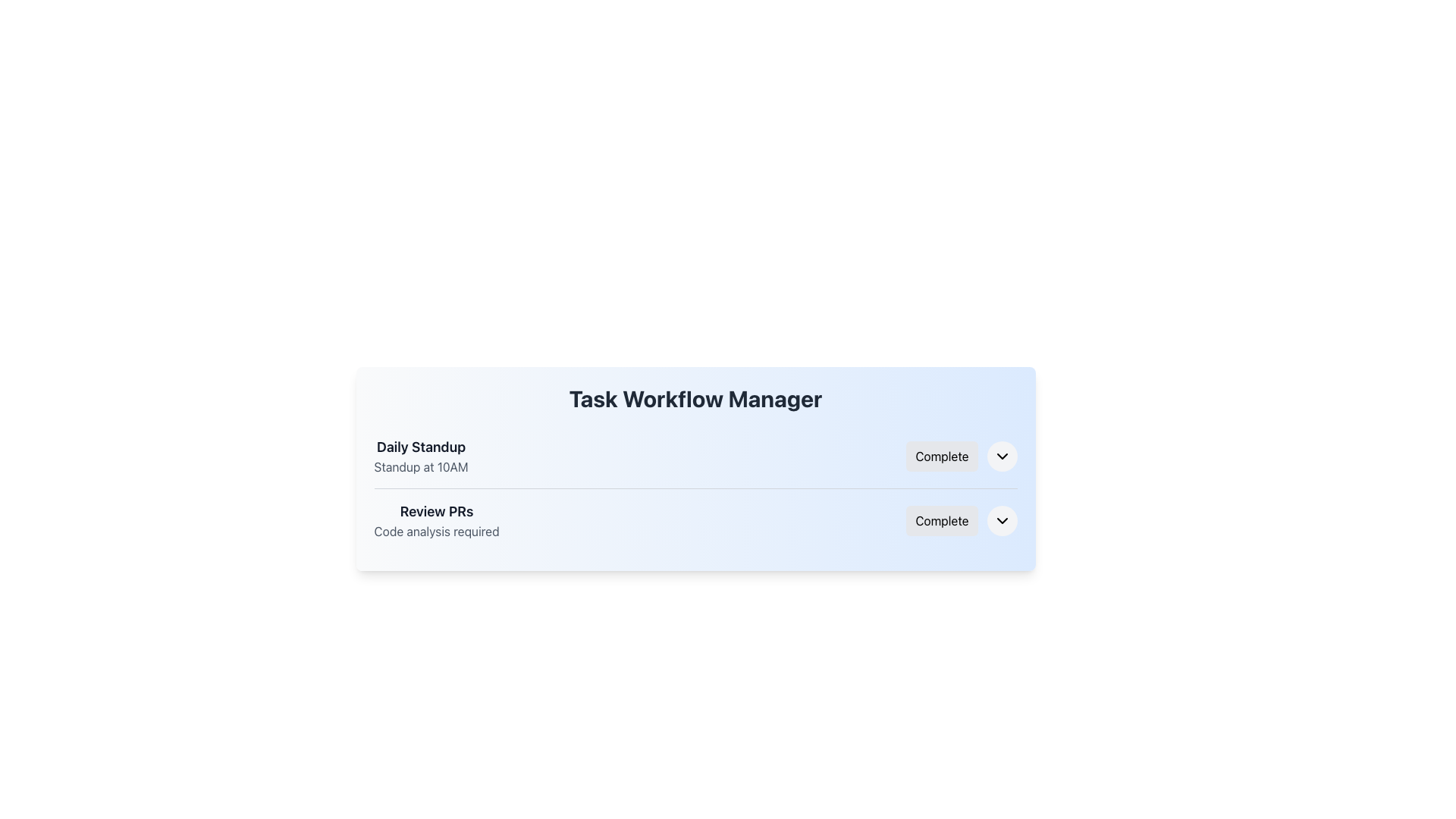 This screenshot has width=1456, height=819. I want to click on the Text Label that serves as the title of the second task item in the list below 'Daily Standup', positioned above 'Code analysis required', so click(436, 512).